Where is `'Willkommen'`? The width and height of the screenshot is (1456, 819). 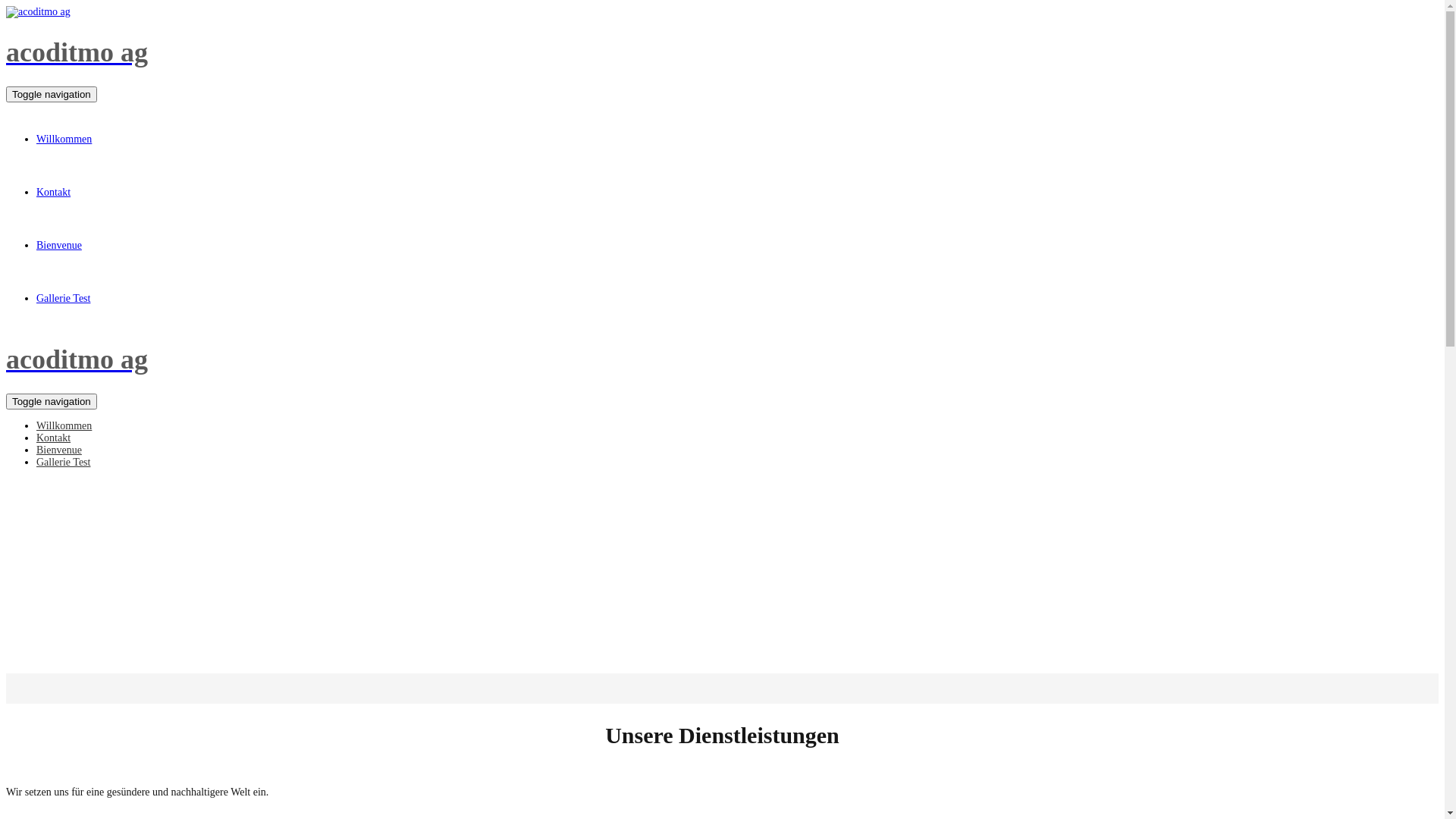
'Willkommen' is located at coordinates (63, 426).